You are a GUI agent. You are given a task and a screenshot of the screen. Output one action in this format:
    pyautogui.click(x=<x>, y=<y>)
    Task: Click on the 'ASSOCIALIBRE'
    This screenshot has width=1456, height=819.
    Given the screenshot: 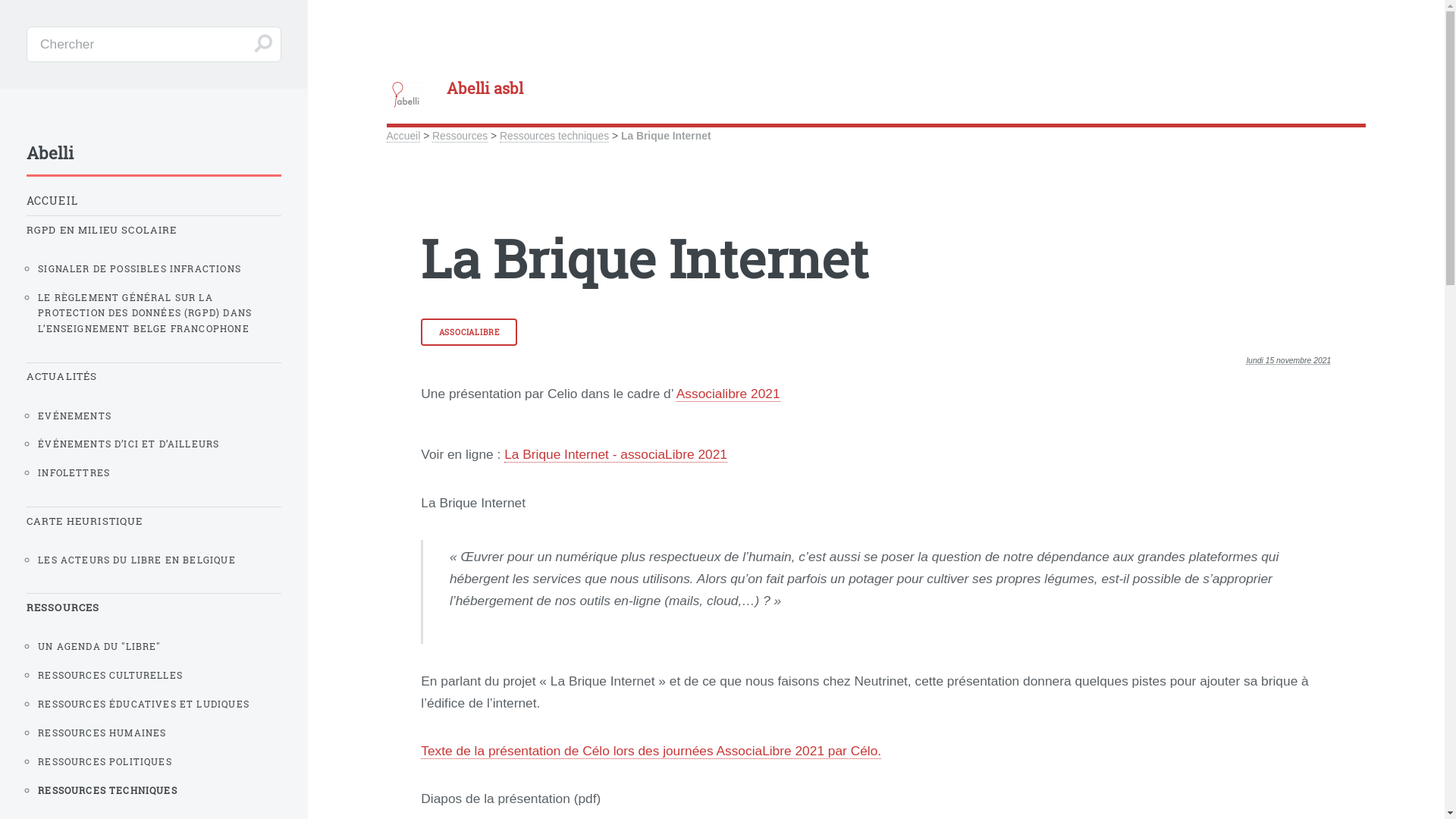 What is the action you would take?
    pyautogui.click(x=468, y=331)
    